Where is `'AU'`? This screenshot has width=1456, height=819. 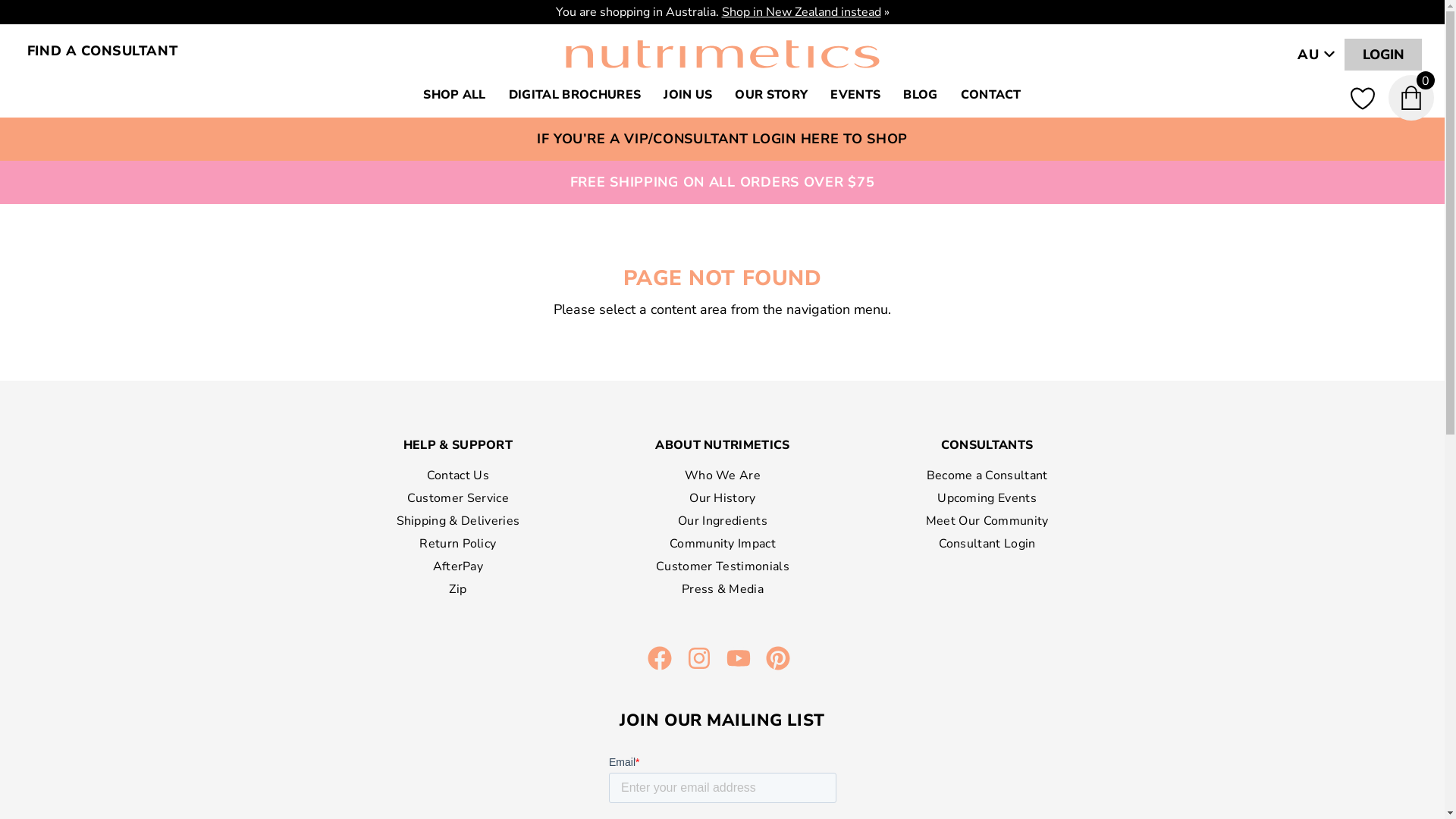 'AU' is located at coordinates (1288, 54).